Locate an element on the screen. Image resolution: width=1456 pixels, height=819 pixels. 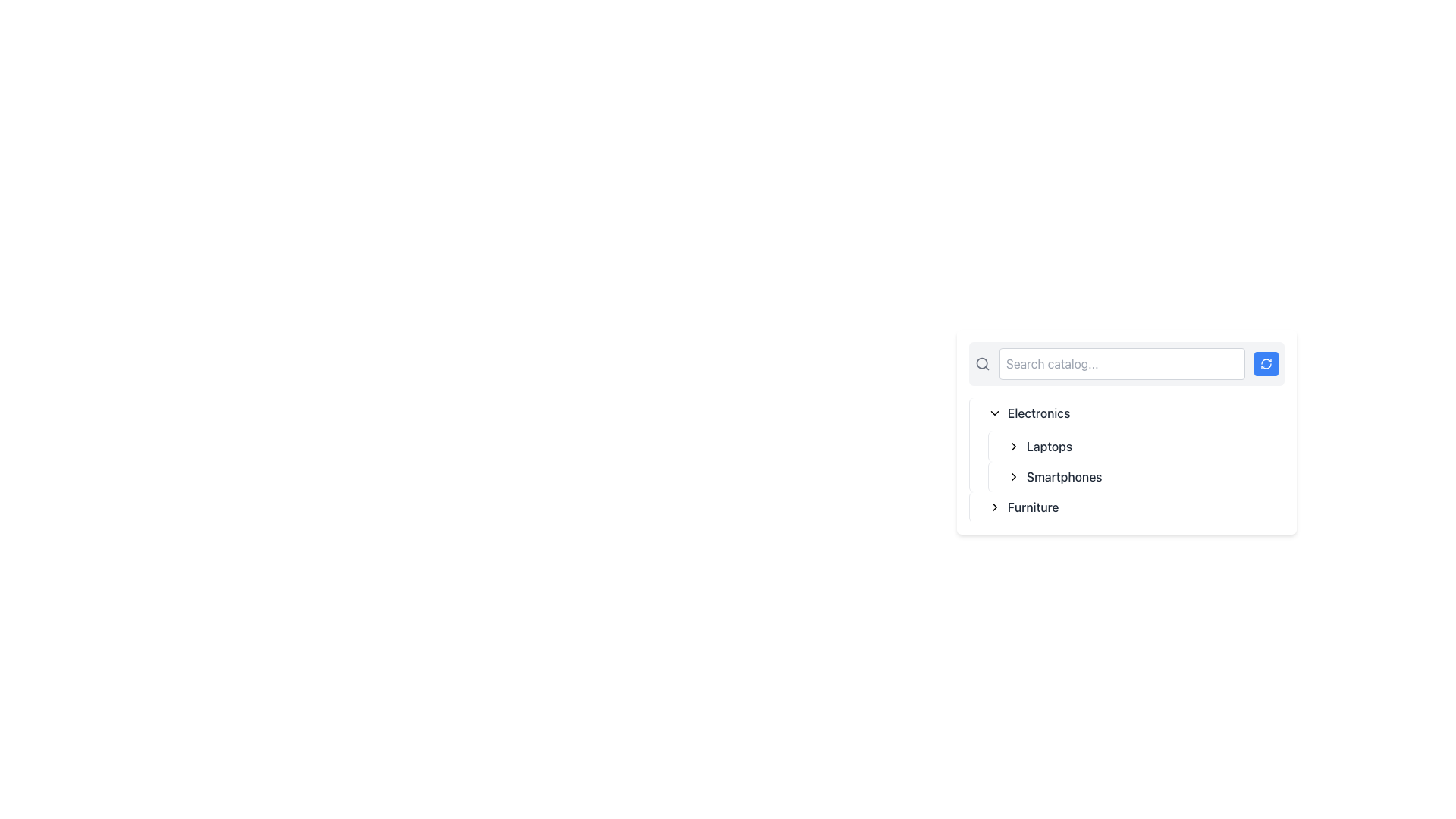
text label displaying 'Laptops' located in the sub-option list of the 'Electronics' dropdown menu in the left navigation panel is located at coordinates (1049, 446).